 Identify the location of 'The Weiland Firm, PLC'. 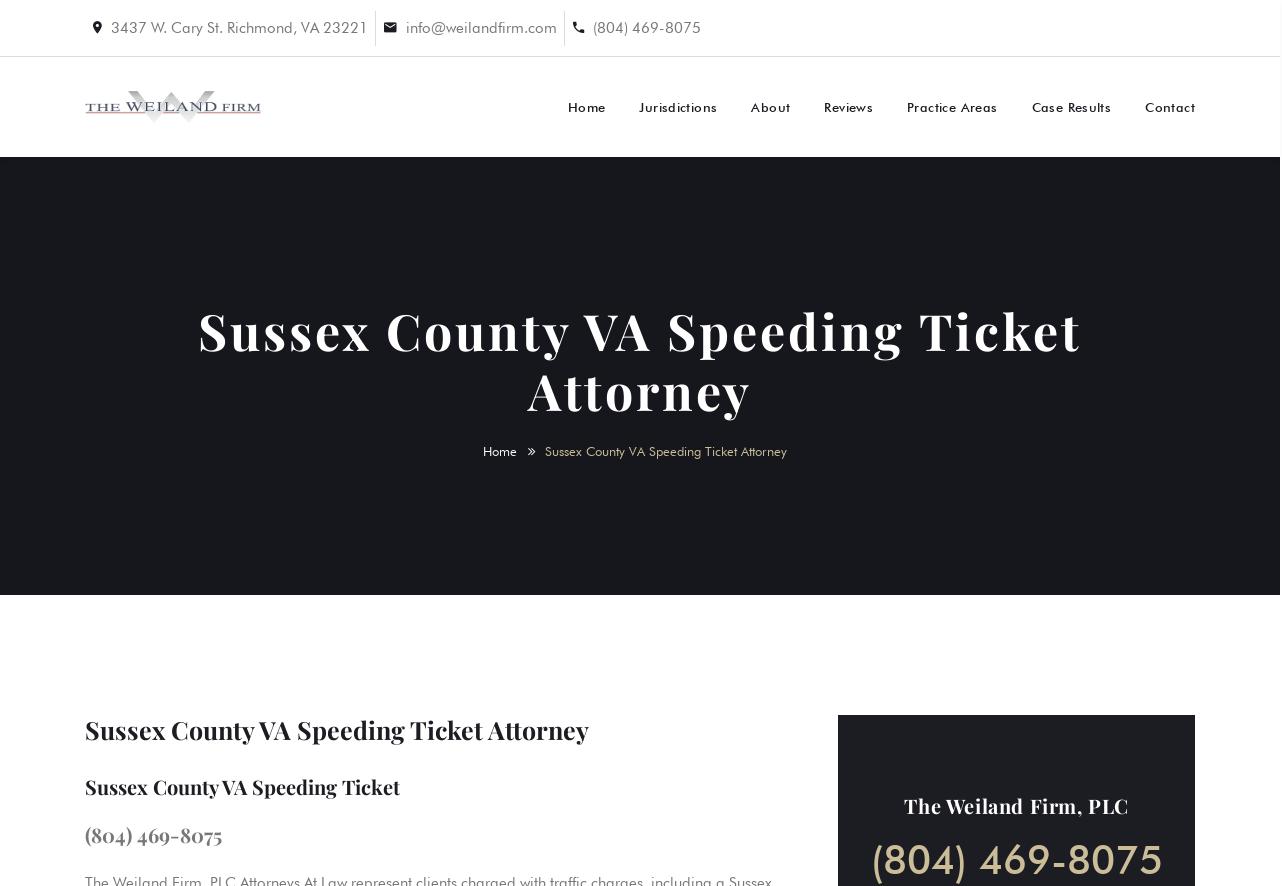
(1014, 805).